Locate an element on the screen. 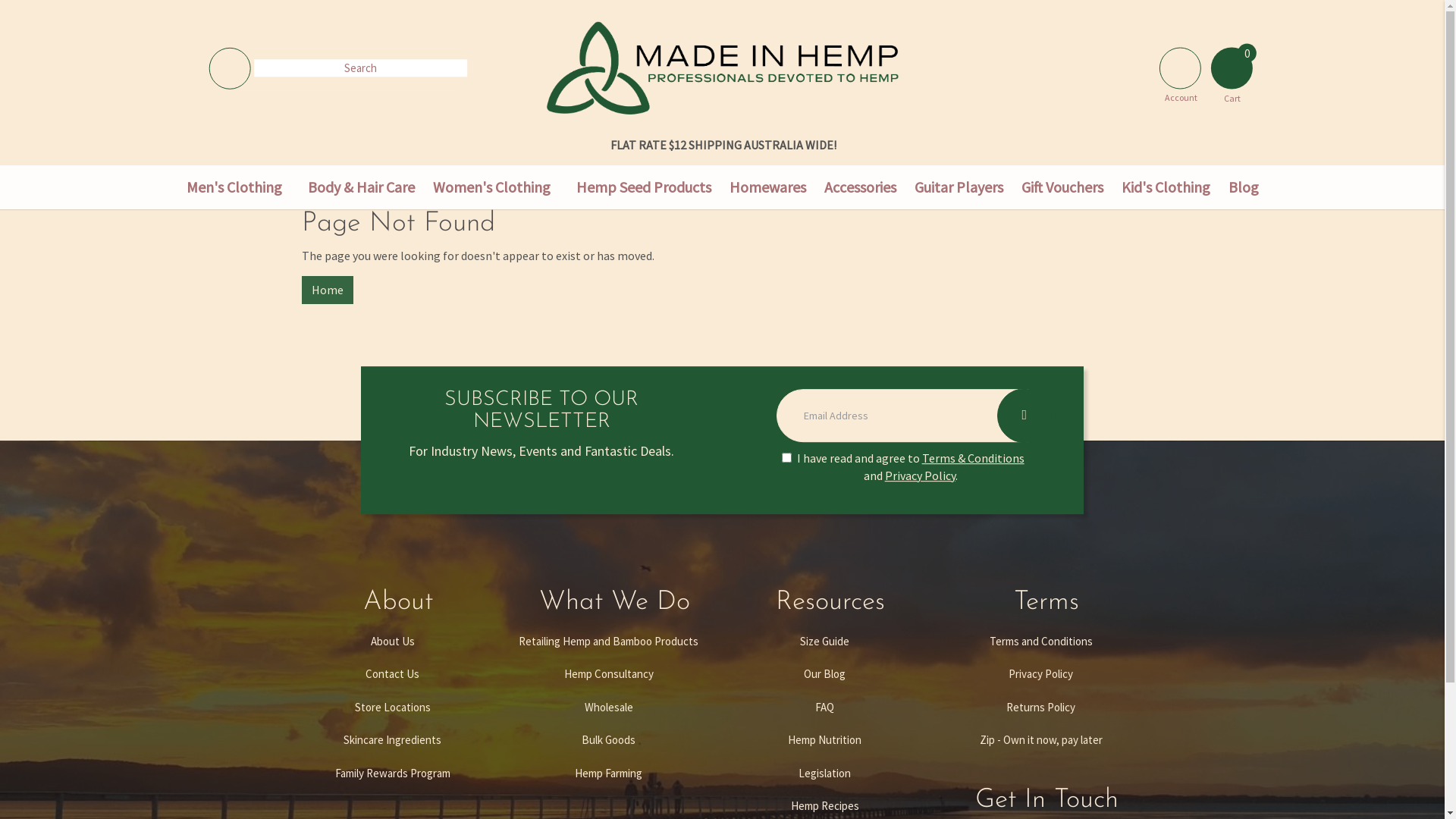 Image resolution: width=1456 pixels, height=819 pixels. 'Retailing Hemp and Bamboo Products' is located at coordinates (608, 641).